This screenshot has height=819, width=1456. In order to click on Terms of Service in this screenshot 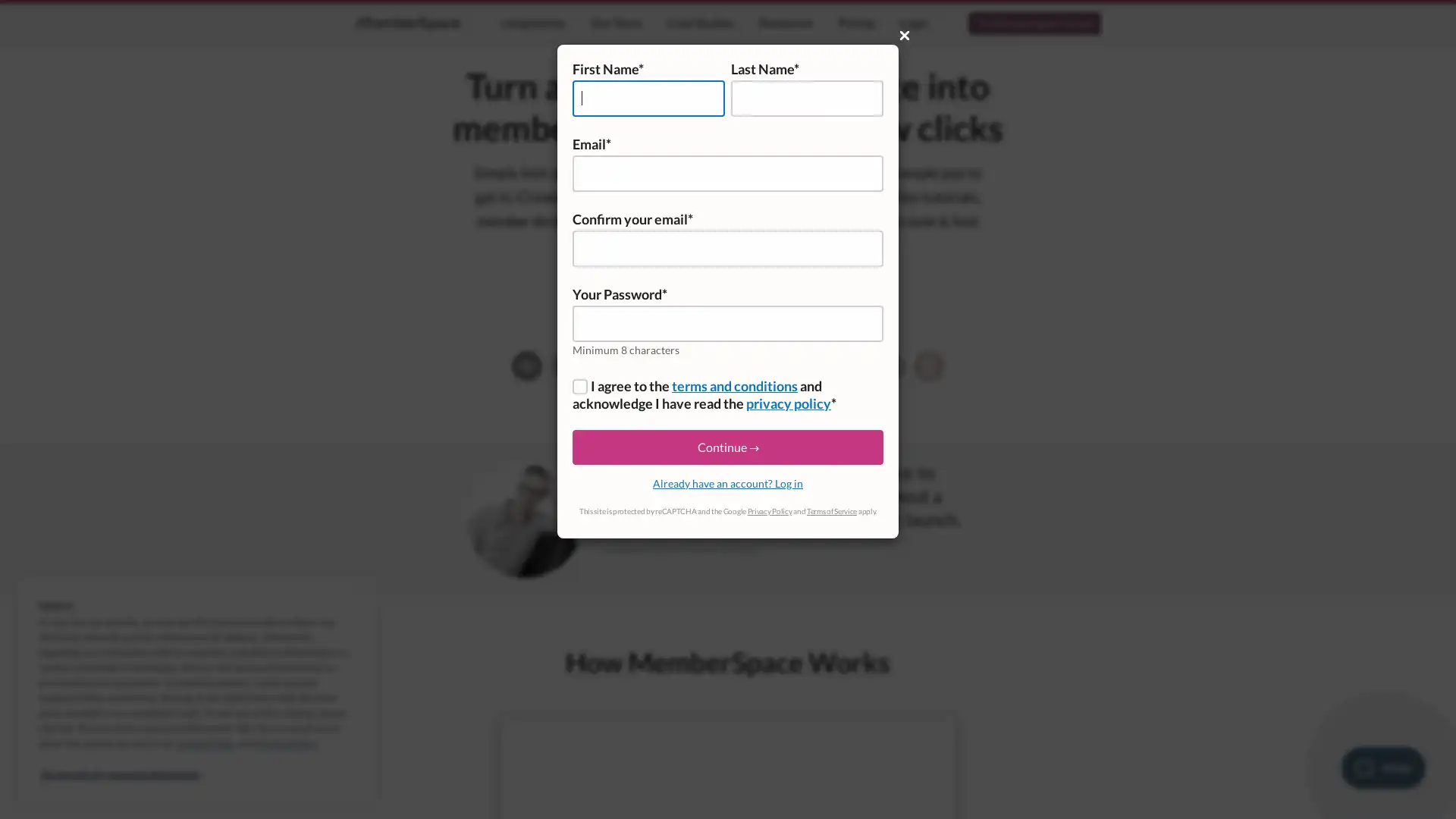, I will do `click(830, 511)`.